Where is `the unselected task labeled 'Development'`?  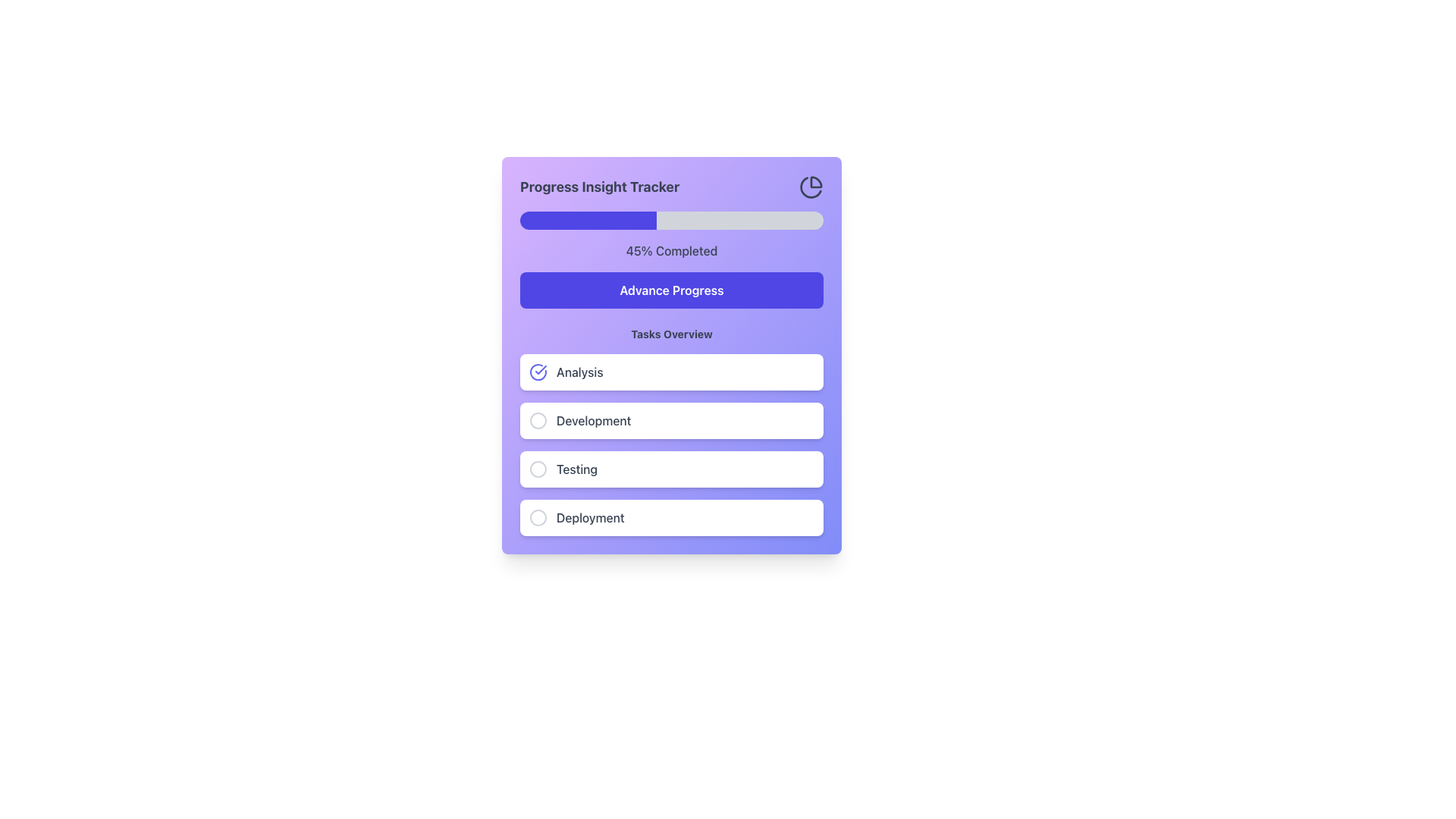 the unselected task labeled 'Development' is located at coordinates (671, 431).